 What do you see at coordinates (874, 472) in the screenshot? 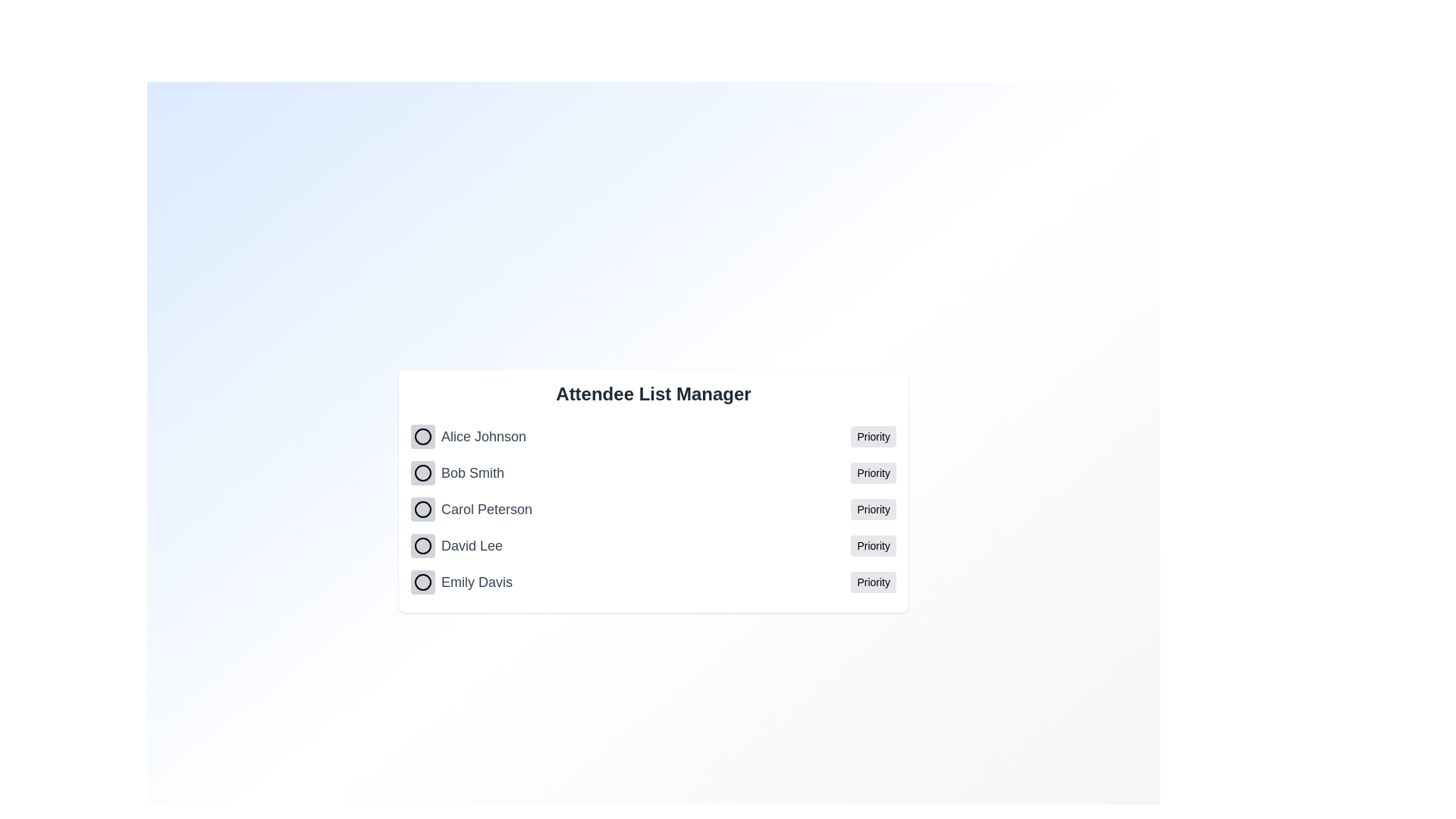
I see `the priority status for Bob Smith by clicking the 'Priority' button next to their name` at bounding box center [874, 472].